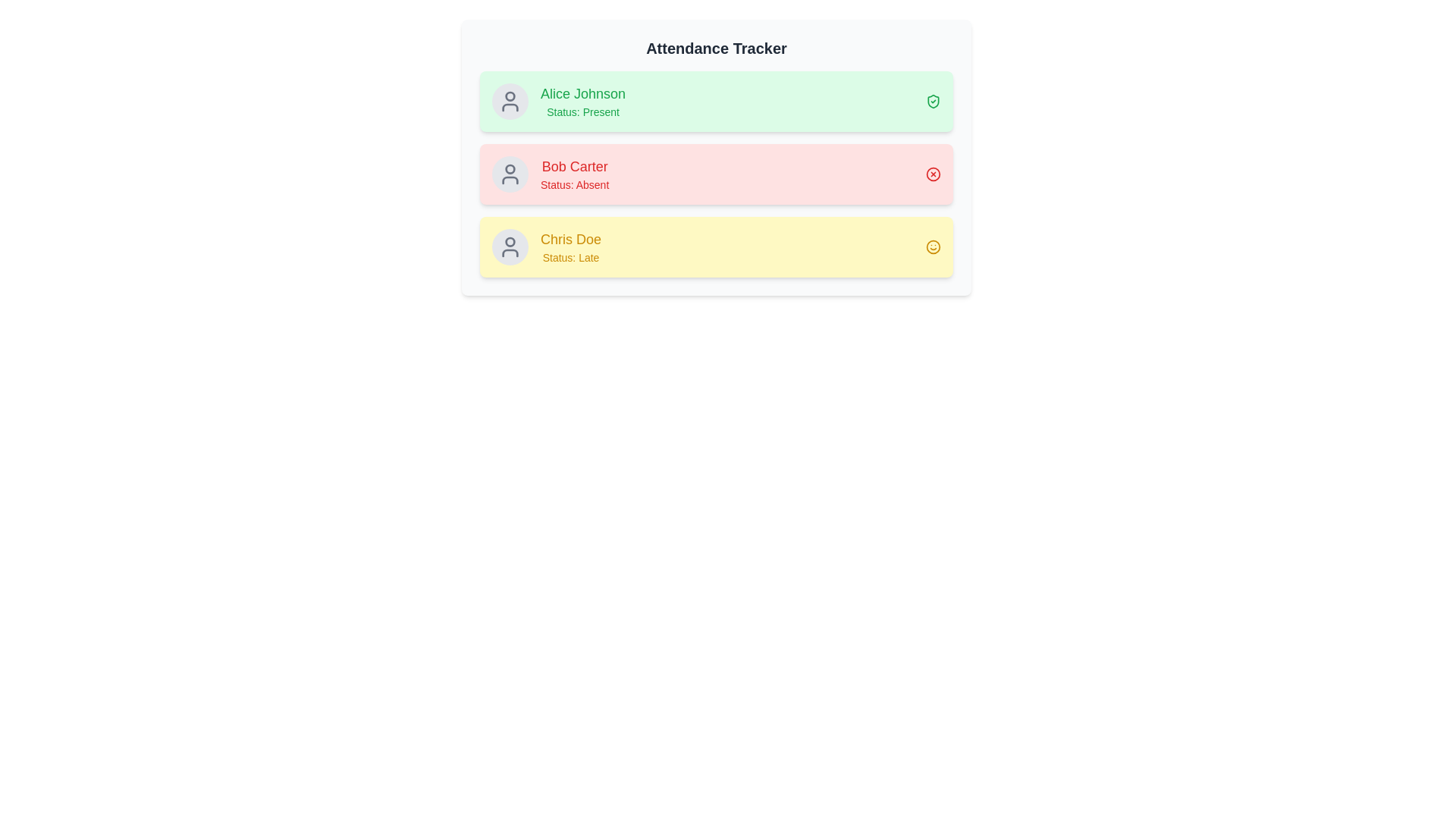 This screenshot has width=1456, height=819. I want to click on the user profile icon, which is an outlined figure of a person, located next to 'Bob Carter' in the user list, so click(510, 102).